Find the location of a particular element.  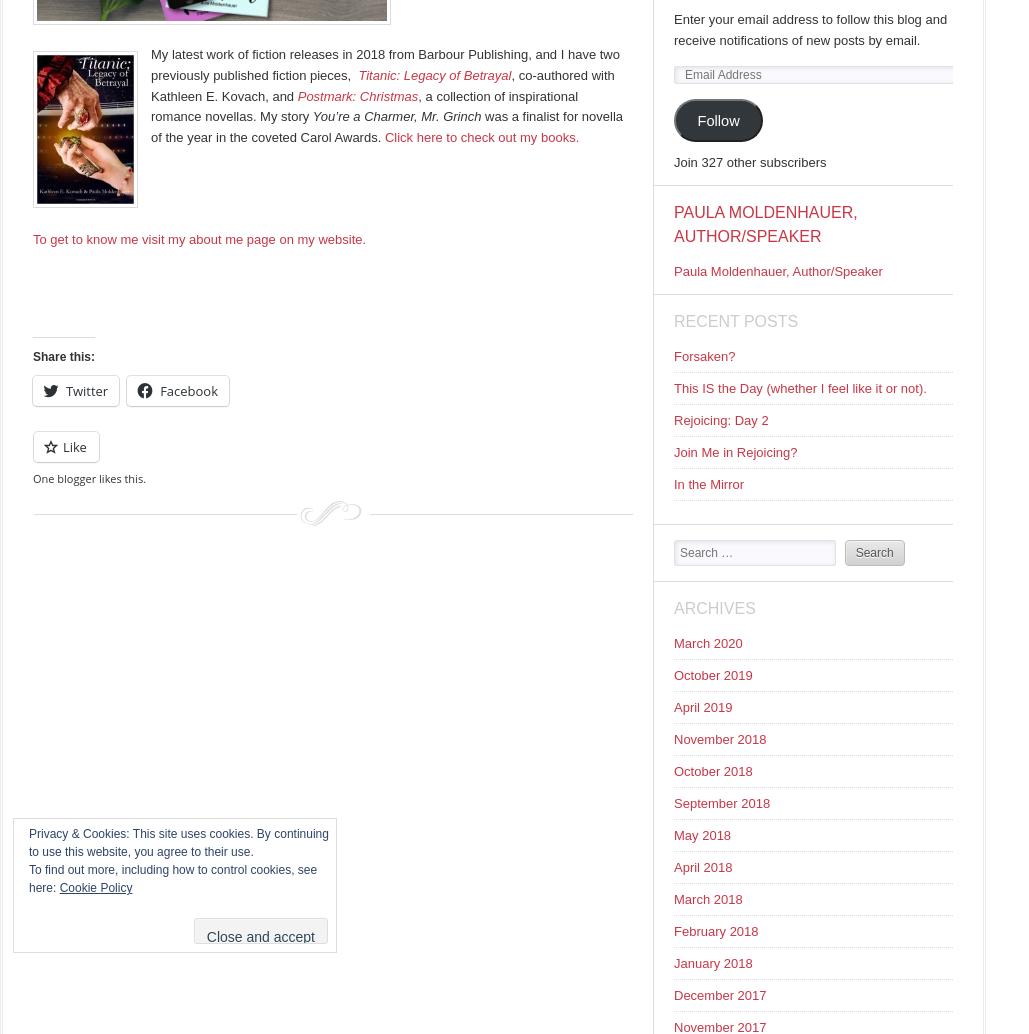

'February 2018' is located at coordinates (672, 930).